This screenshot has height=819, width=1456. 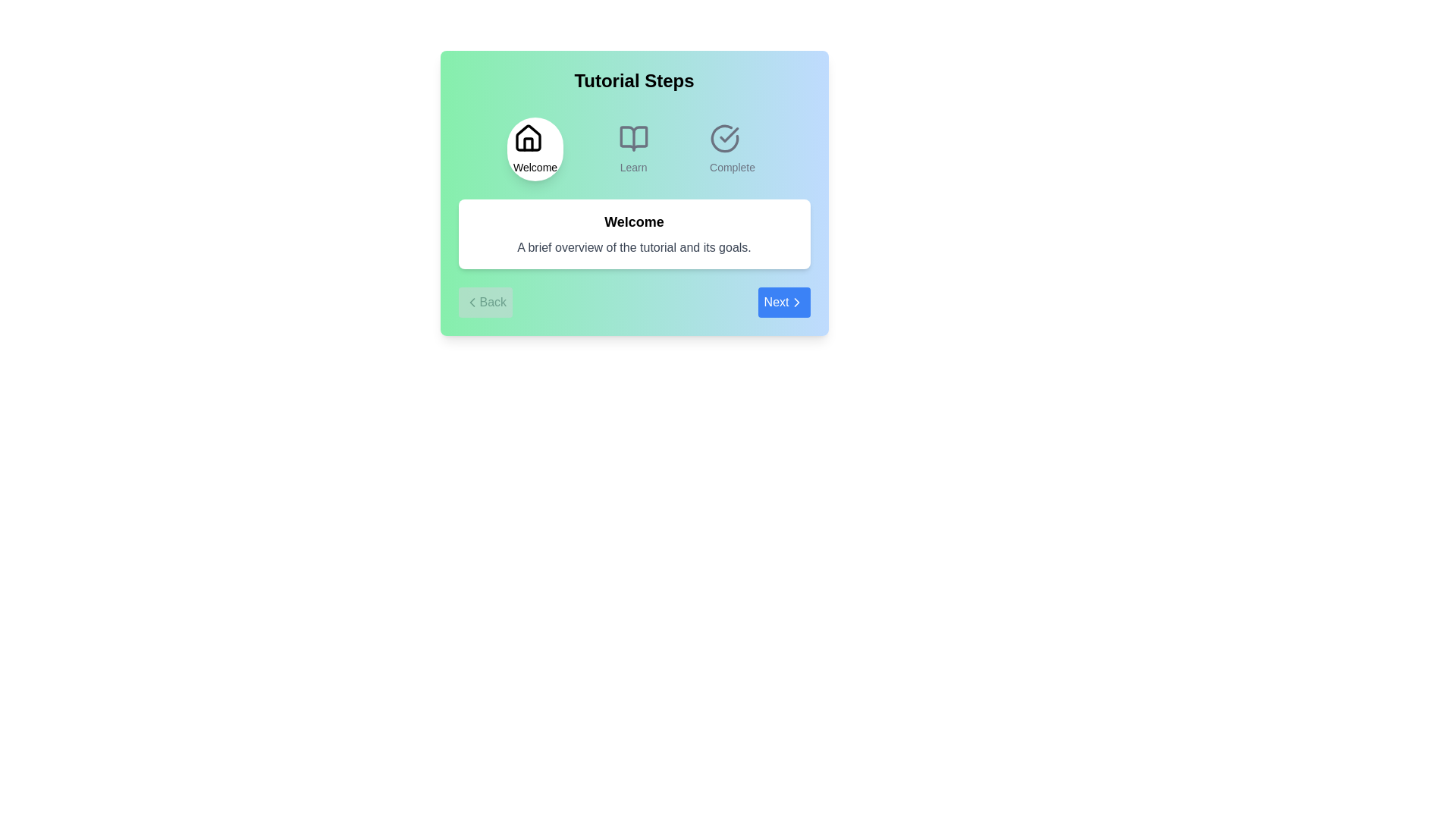 What do you see at coordinates (535, 149) in the screenshot?
I see `the highlighted 'Welcome' step icon to confirm its selection` at bounding box center [535, 149].